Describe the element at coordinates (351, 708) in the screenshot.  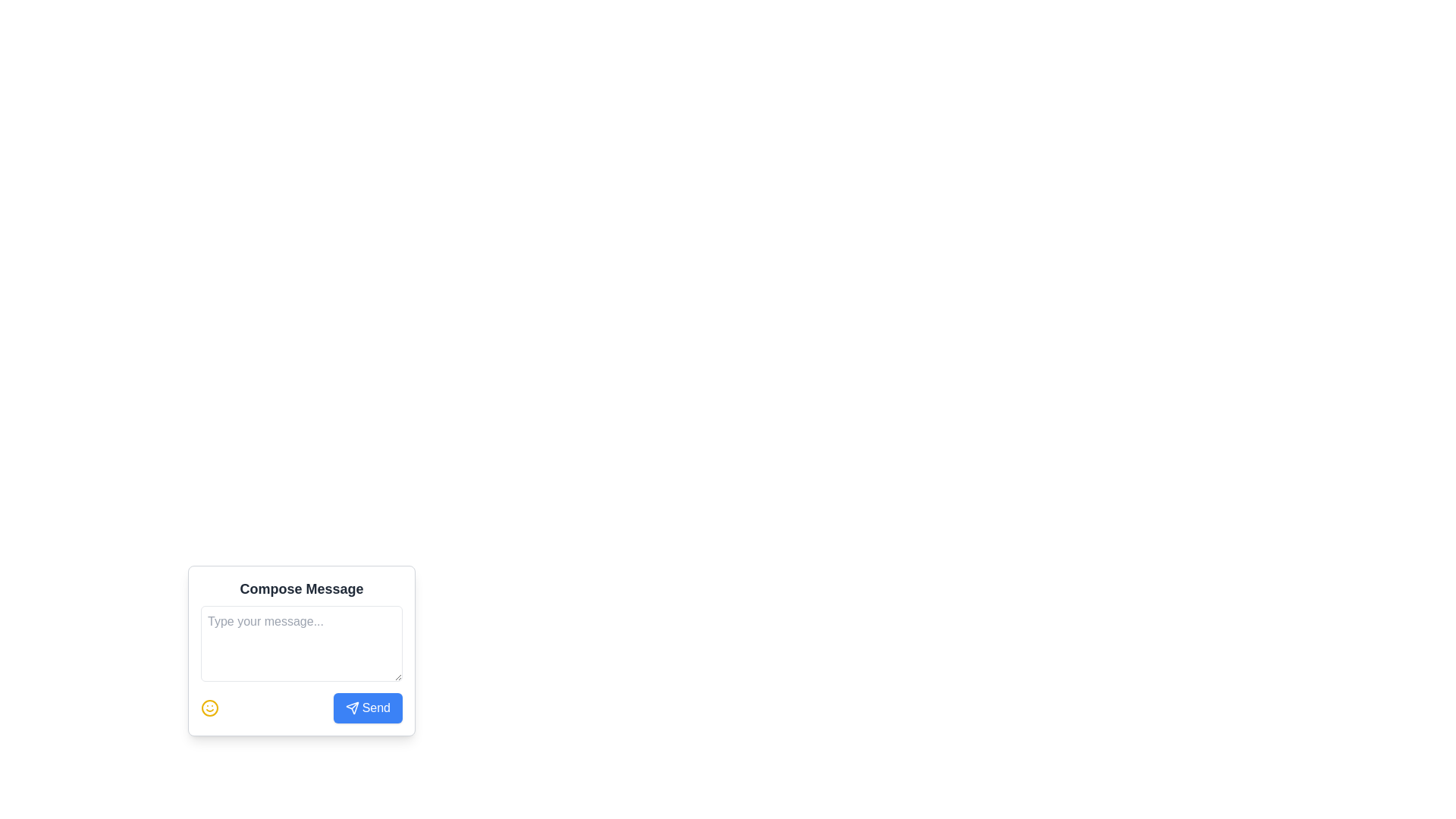
I see `the paper airplane icon located to the left of the 'Send' text within the blue rectangular button at the bottom-right corner of the message composition box` at that location.